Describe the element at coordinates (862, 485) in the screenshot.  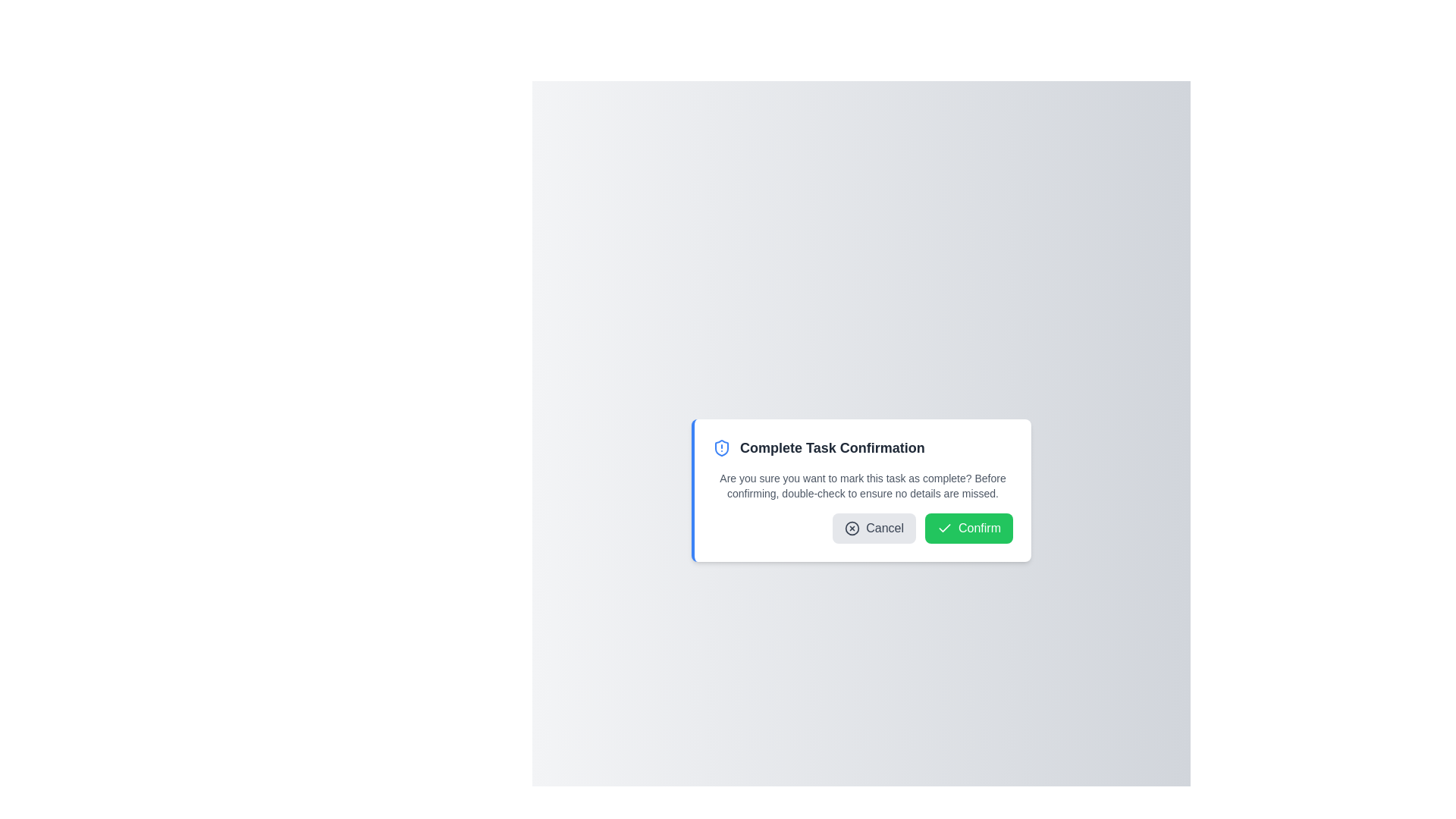
I see `the static confirmation message text located in the modal dialog, which is styled in a small, gray font and positioned below the header 'Complete Task Confirmation'` at that location.